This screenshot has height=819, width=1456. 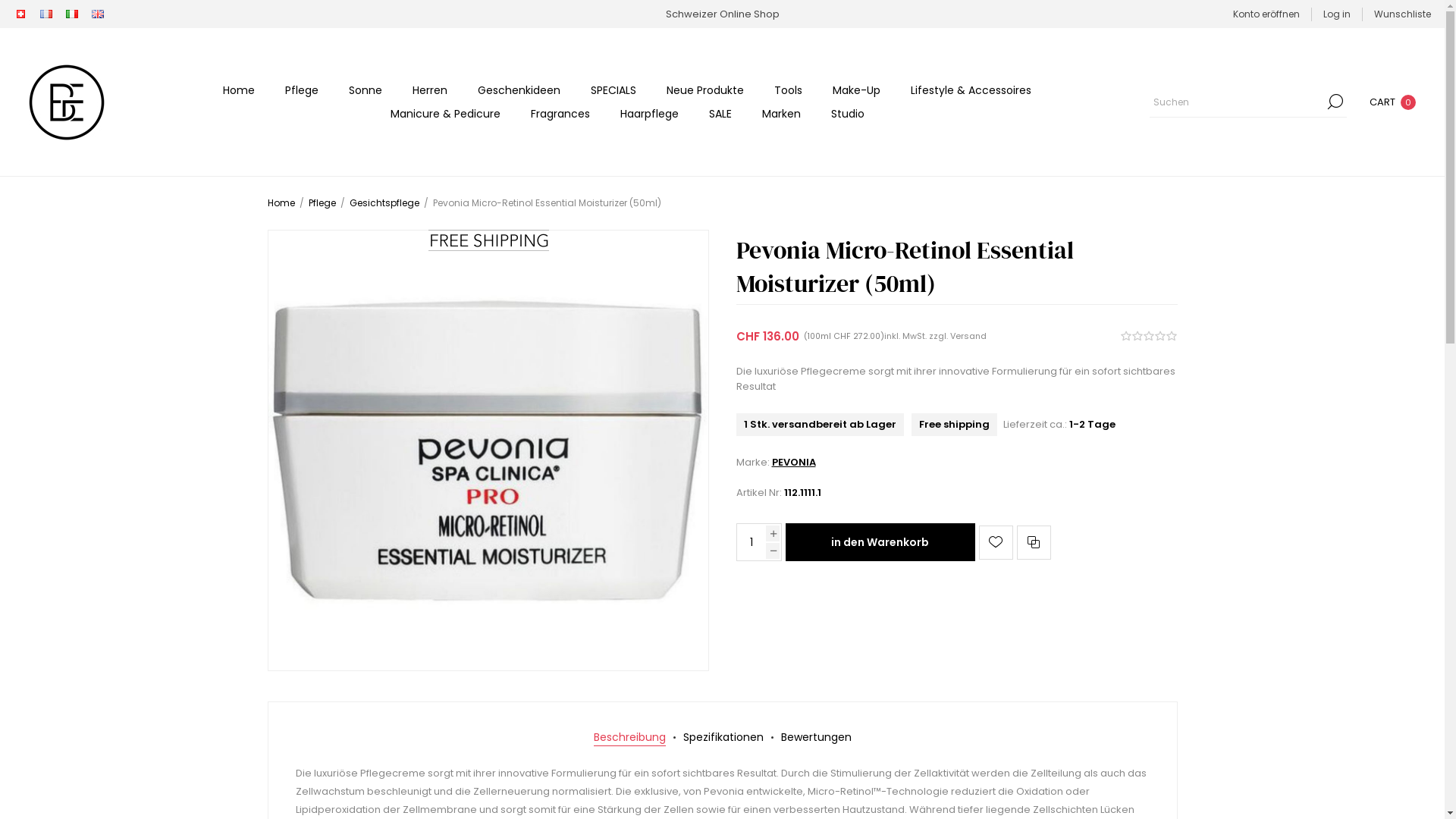 I want to click on 'Lifestyle & Accessoires', so click(x=971, y=90).